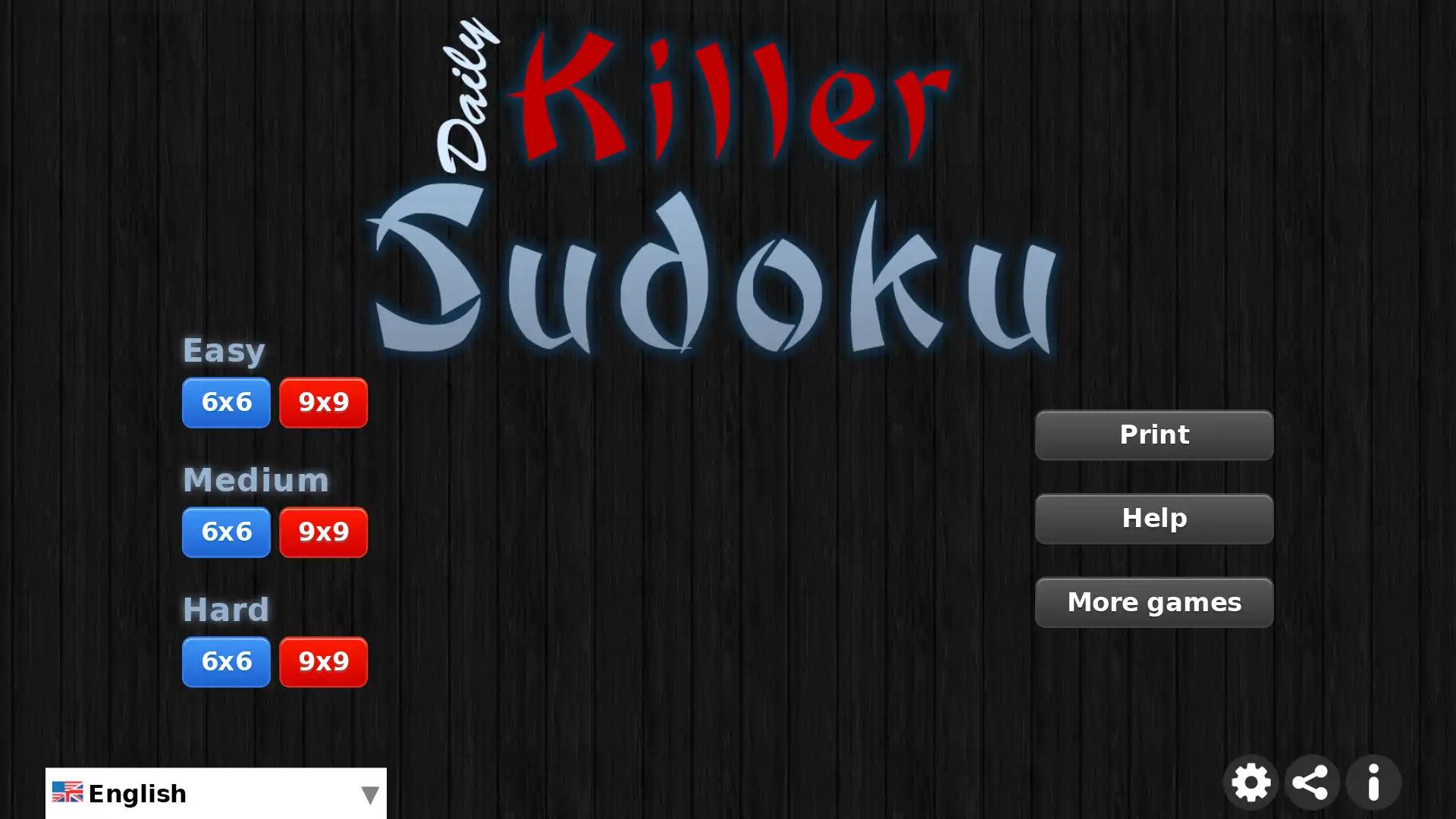 The width and height of the screenshot is (1456, 819). What do you see at coordinates (322, 531) in the screenshot?
I see `9x9` at bounding box center [322, 531].